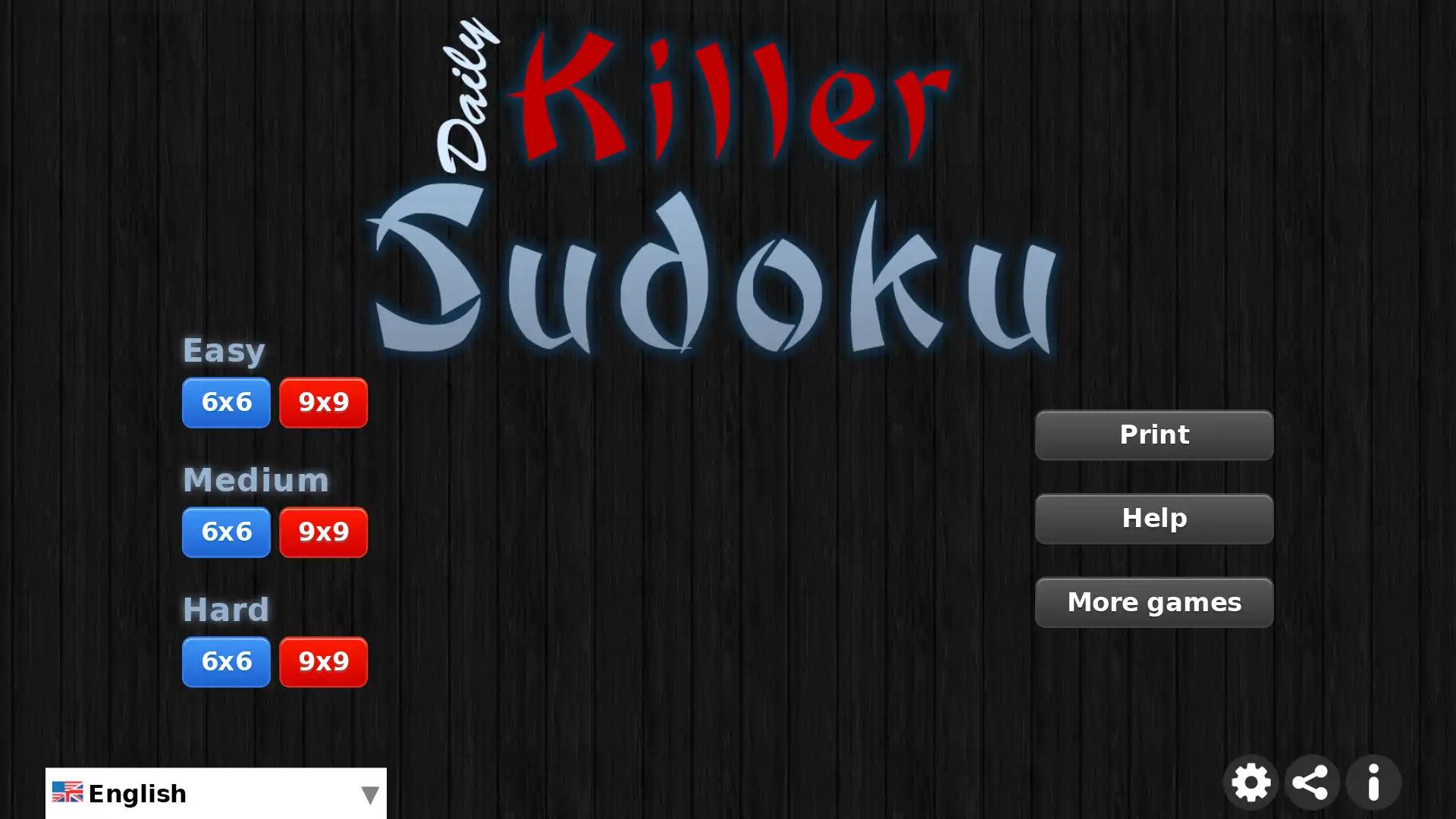 The width and height of the screenshot is (1456, 819). What do you see at coordinates (322, 531) in the screenshot?
I see `9x9` at bounding box center [322, 531].